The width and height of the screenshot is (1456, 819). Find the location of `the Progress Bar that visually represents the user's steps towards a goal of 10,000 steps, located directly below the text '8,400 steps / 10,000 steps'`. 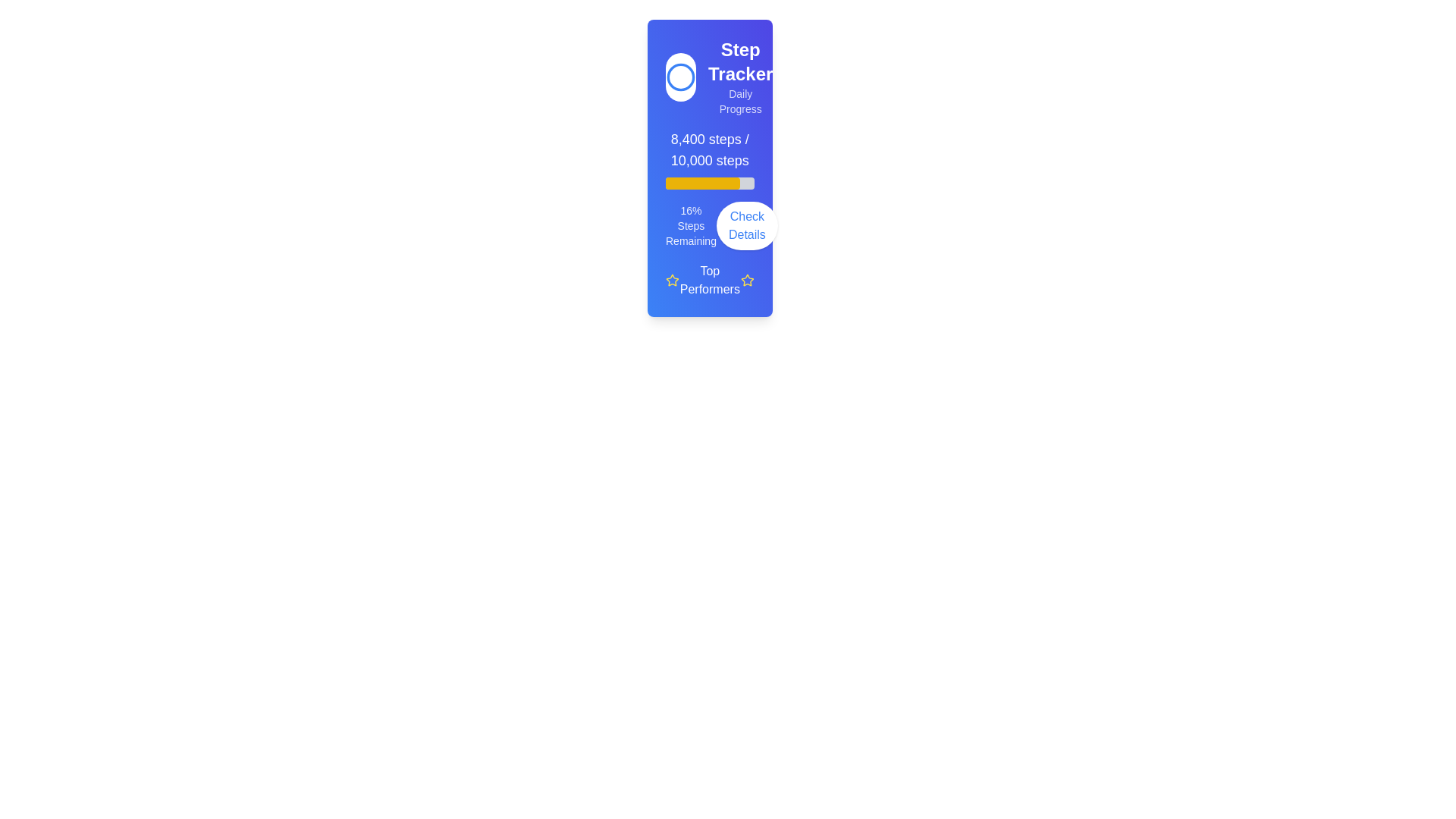

the Progress Bar that visually represents the user's steps towards a goal of 10,000 steps, located directly below the text '8,400 steps / 10,000 steps' is located at coordinates (709, 183).